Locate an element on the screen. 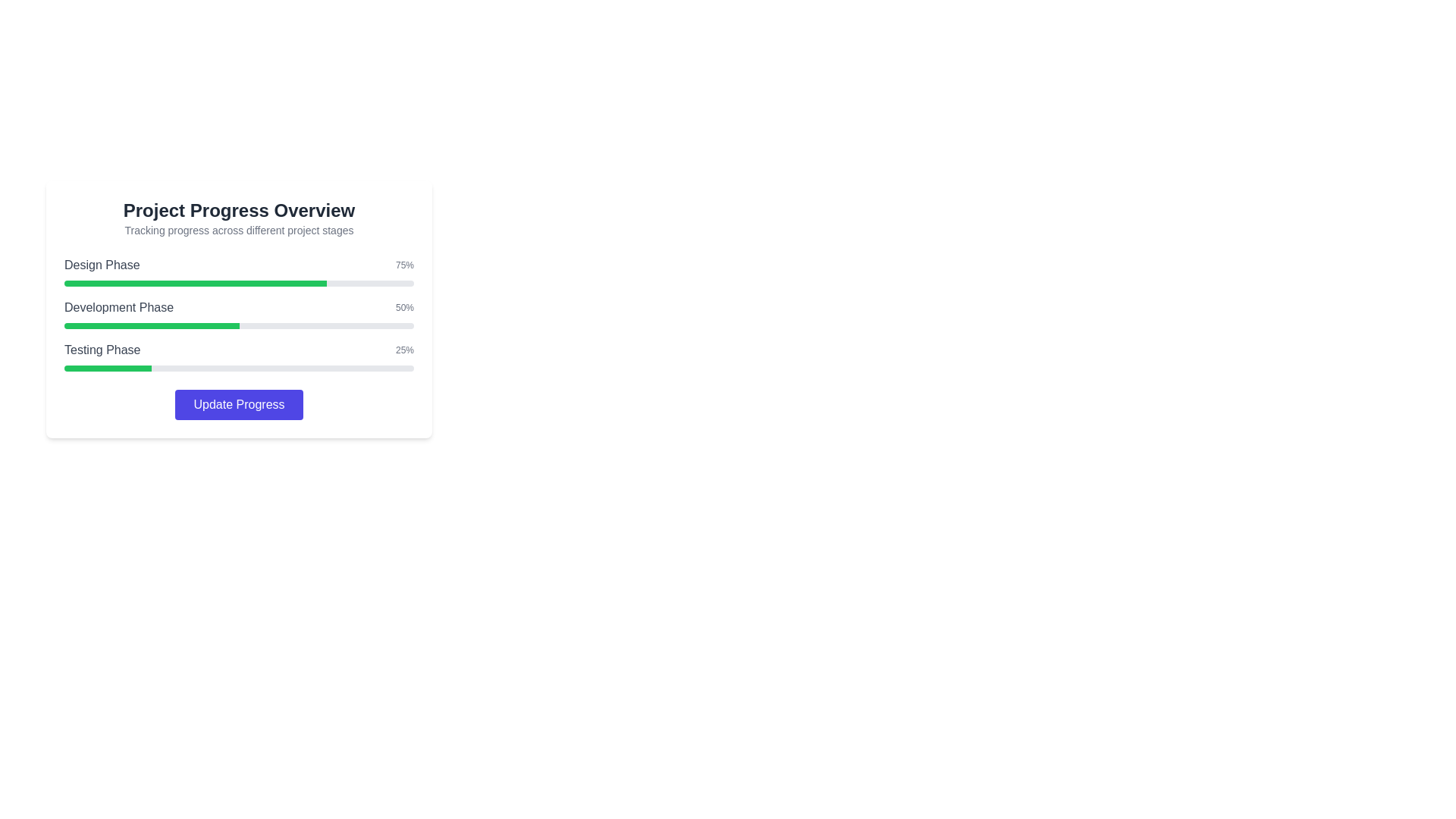 This screenshot has width=1456, height=819. the informational text displaying the percentage completion of the 'Development Phase' located in the second row of the progress overview, aligned with the 'Development Phase' label is located at coordinates (404, 307).